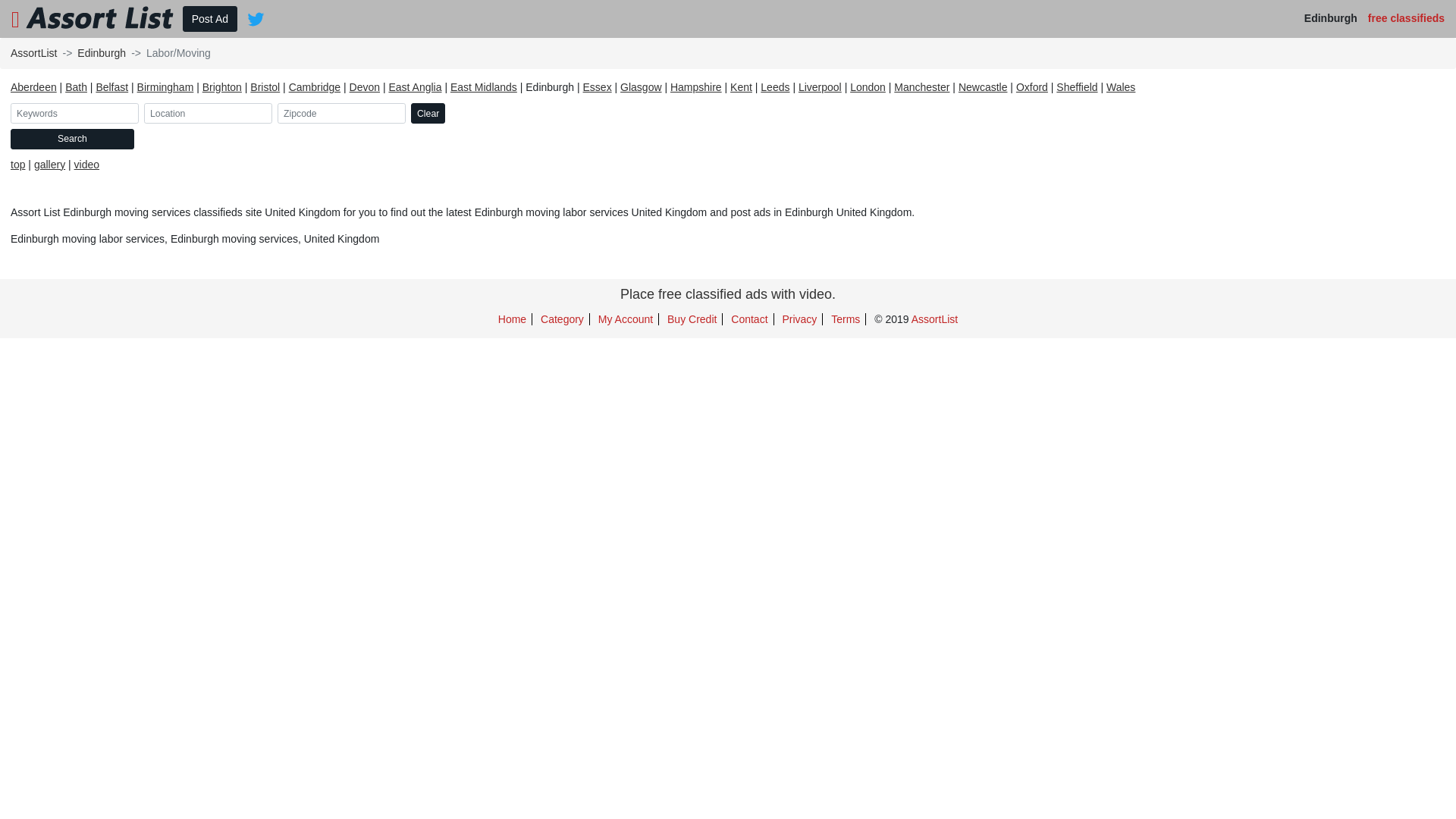 This screenshot has height=819, width=1456. I want to click on 'Belfast', so click(111, 87).